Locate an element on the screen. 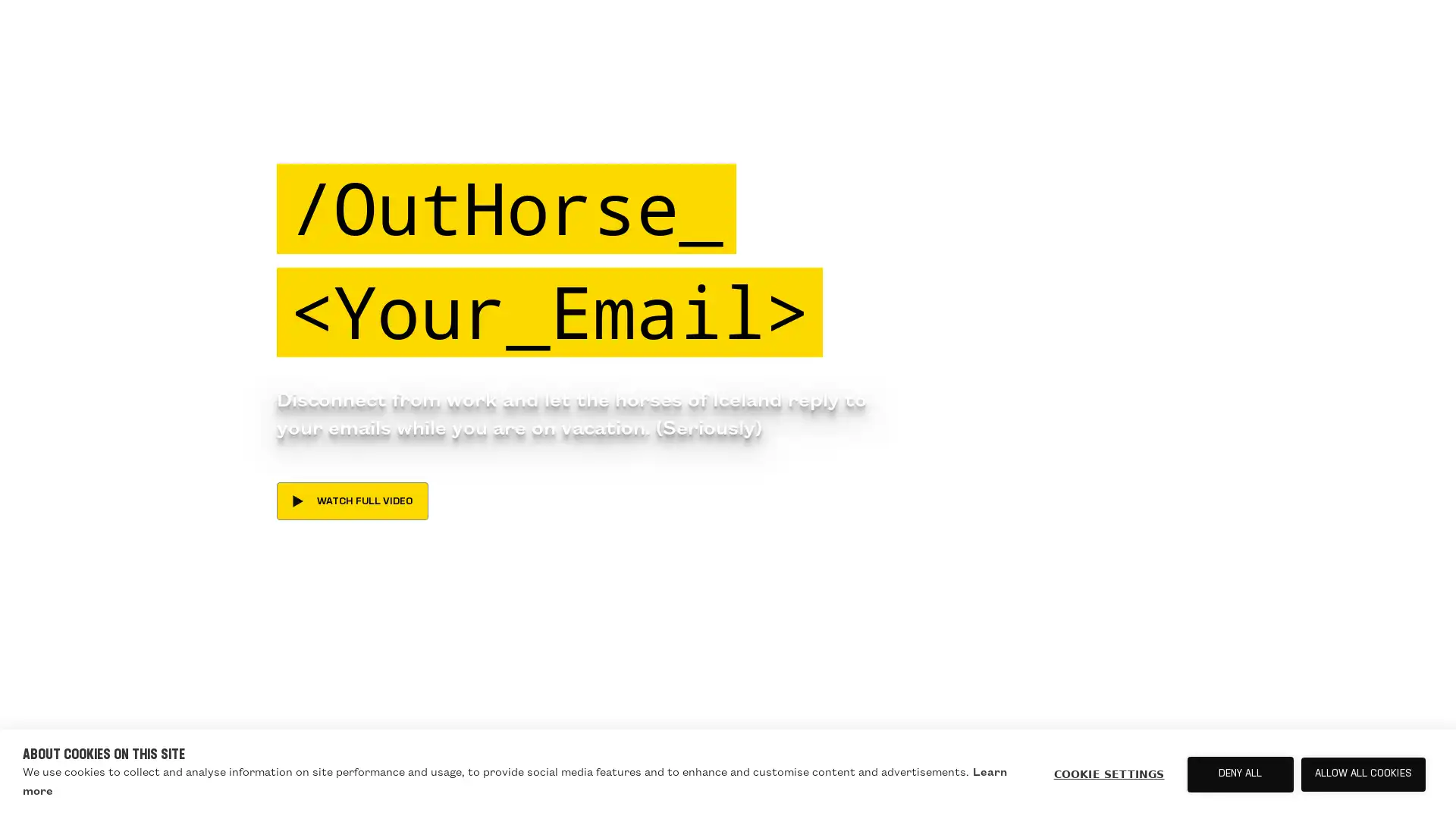 This screenshot has width=1456, height=819. ALLOW ALL COOKIES is located at coordinates (1363, 773).